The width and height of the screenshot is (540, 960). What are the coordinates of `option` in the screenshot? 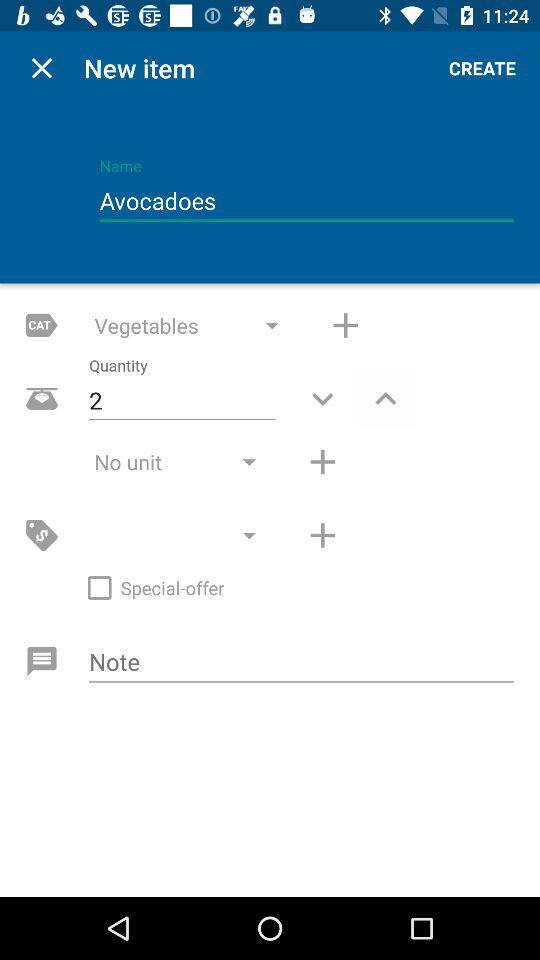 It's located at (322, 534).